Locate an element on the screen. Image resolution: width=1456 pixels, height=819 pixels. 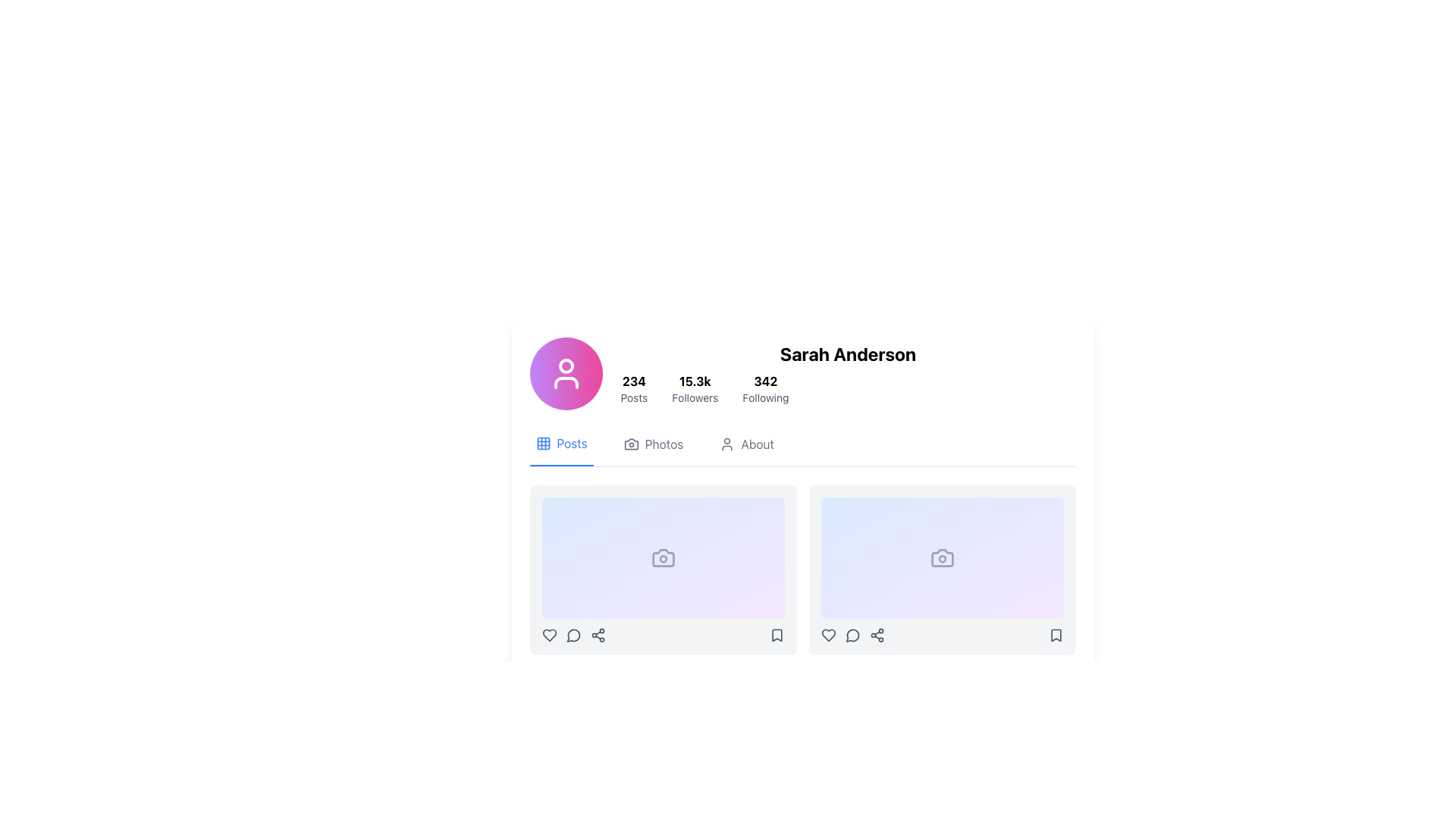
information displayed in the 'Posts' information label, which shows the count '234' above the label 'Posts' is located at coordinates (634, 388).